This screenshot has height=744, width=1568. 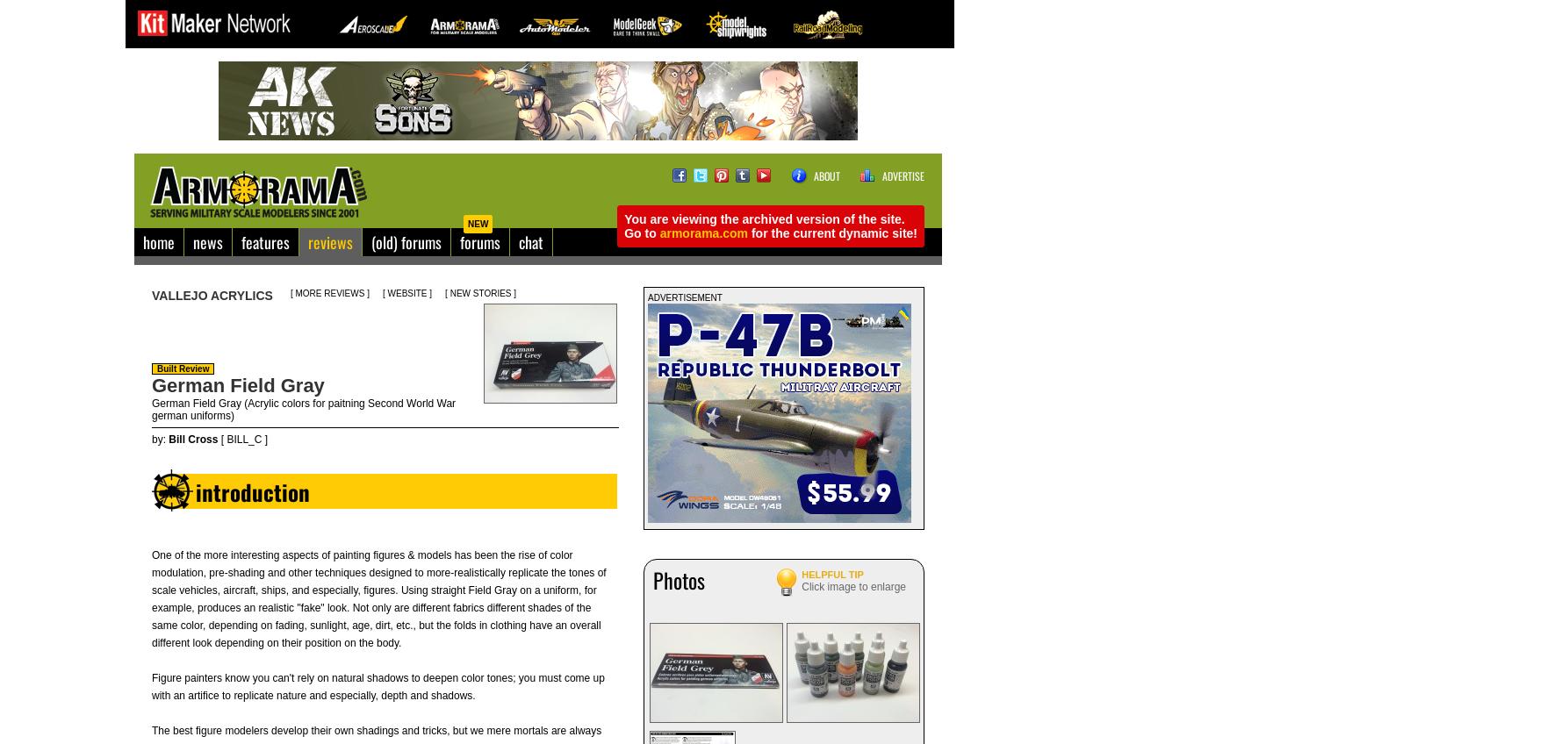 I want to click on 'NEW', so click(x=477, y=223).